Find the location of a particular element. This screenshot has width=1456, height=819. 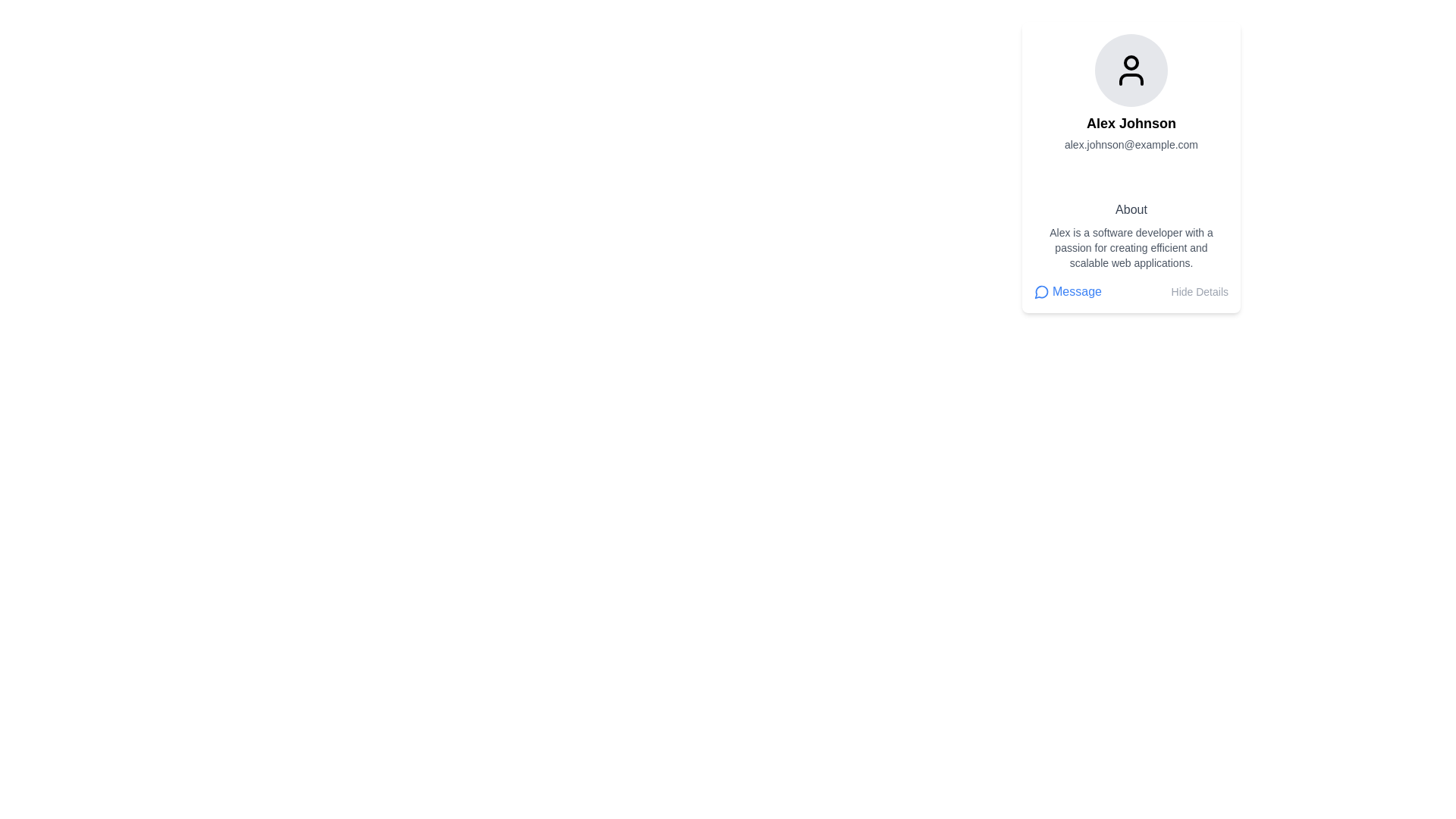

the text block describing Alex, which is styled with a smaller font size and gray color, located under the heading 'About' is located at coordinates (1131, 247).